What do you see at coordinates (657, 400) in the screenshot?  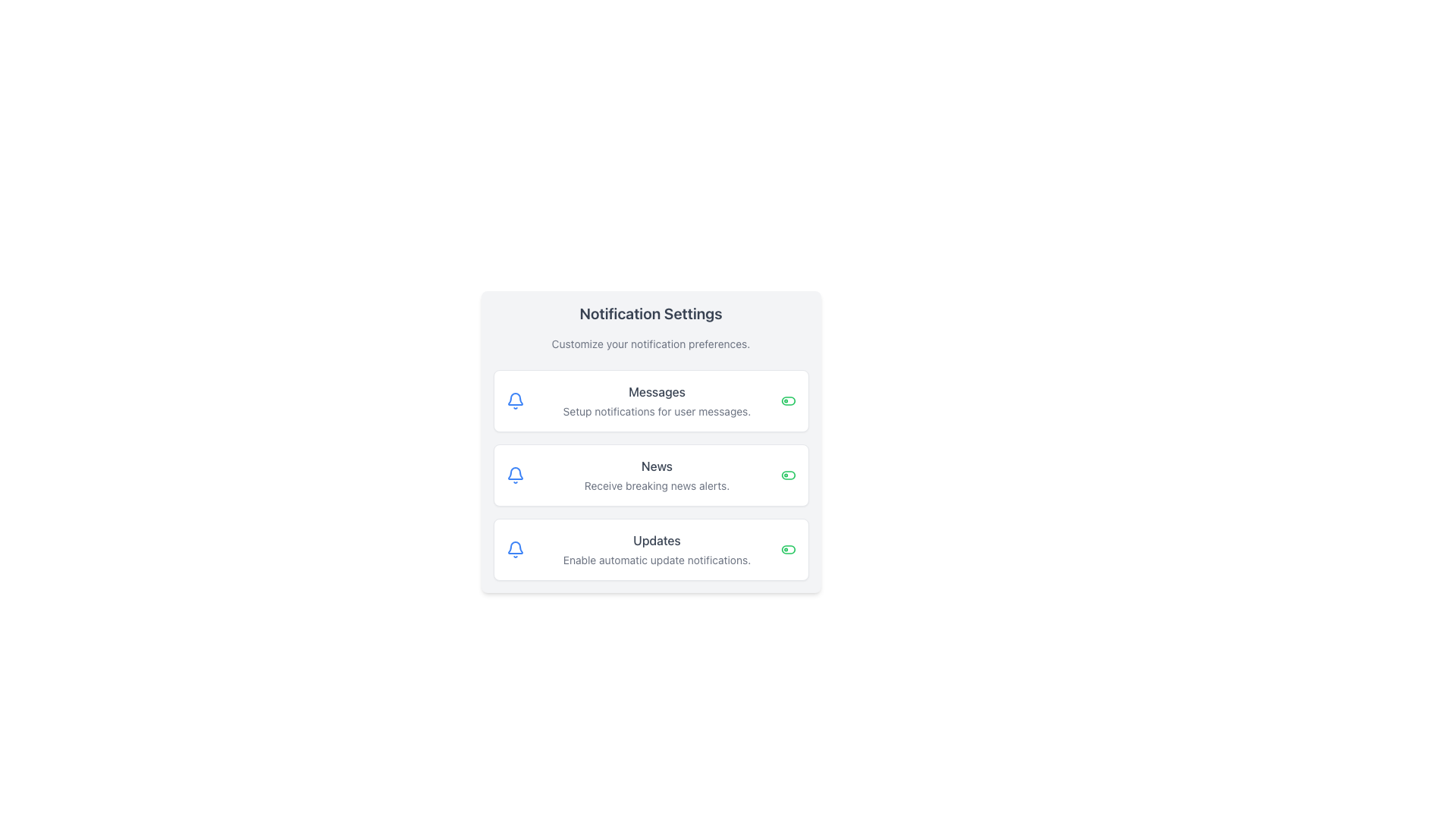 I see `text of the first item in the vertical list of notification options, which contains the bold text 'Messages' and the smaller gray text 'Setup notifications for user messages.'` at bounding box center [657, 400].